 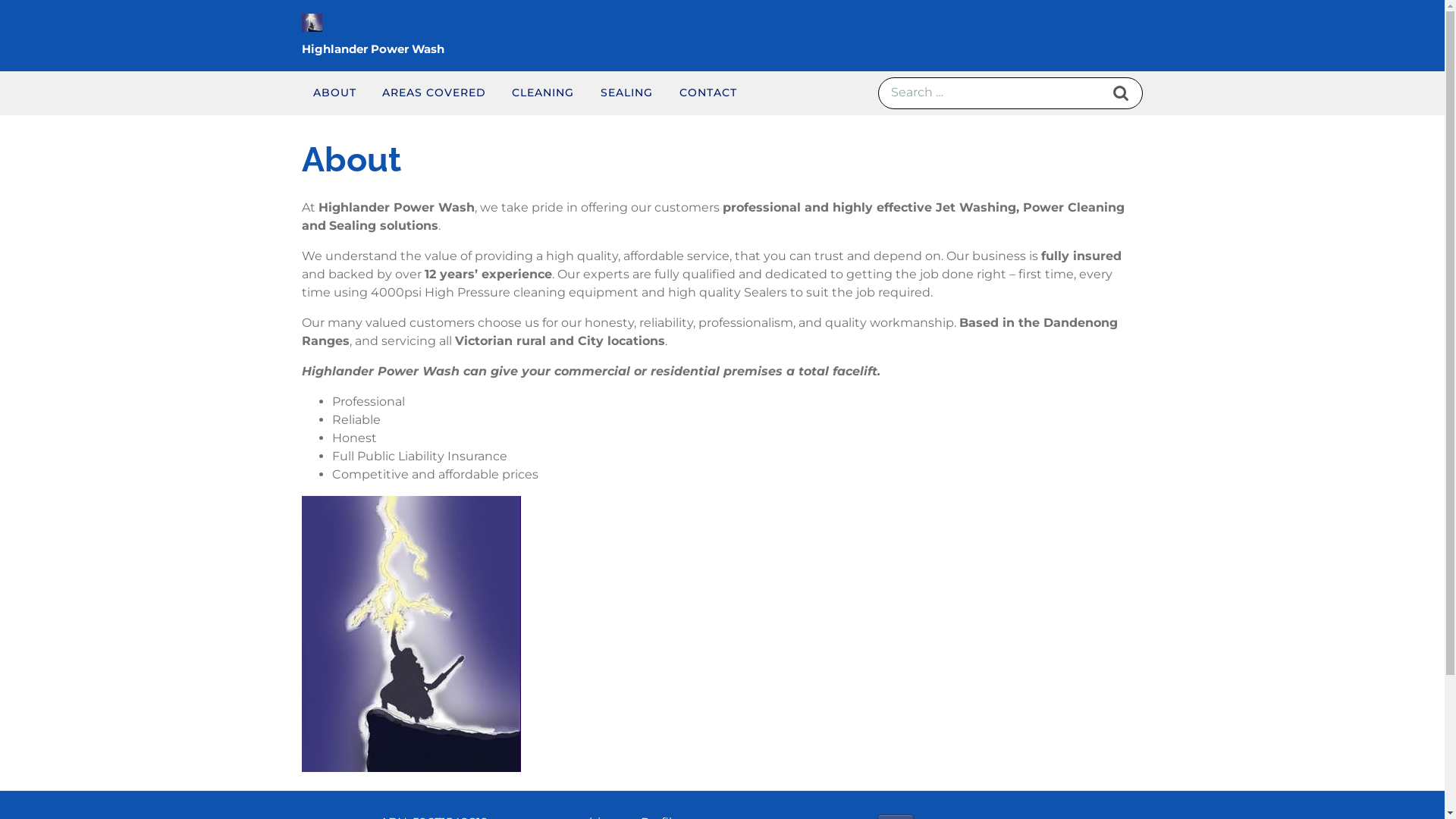 I want to click on 'SEALING', so click(x=626, y=93).